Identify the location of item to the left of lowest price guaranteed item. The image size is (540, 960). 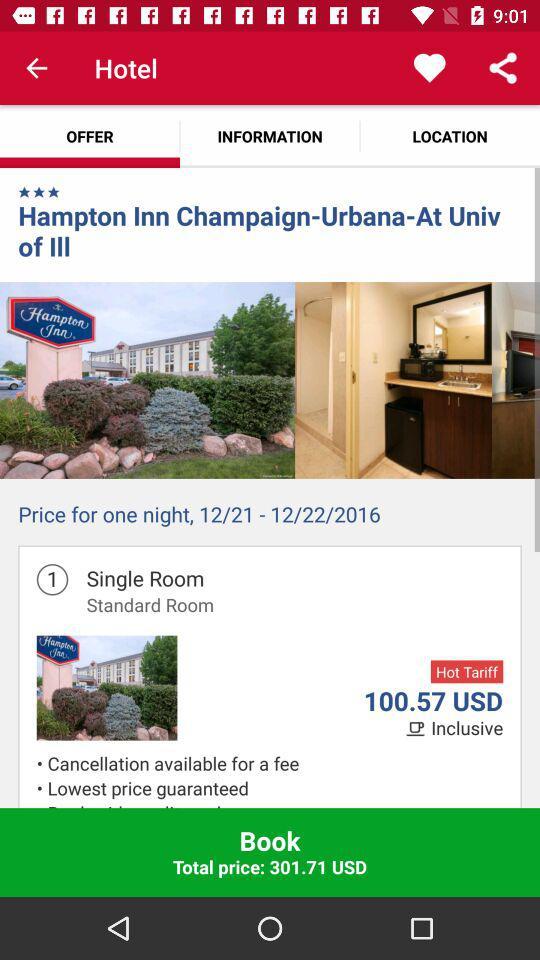
(42, 804).